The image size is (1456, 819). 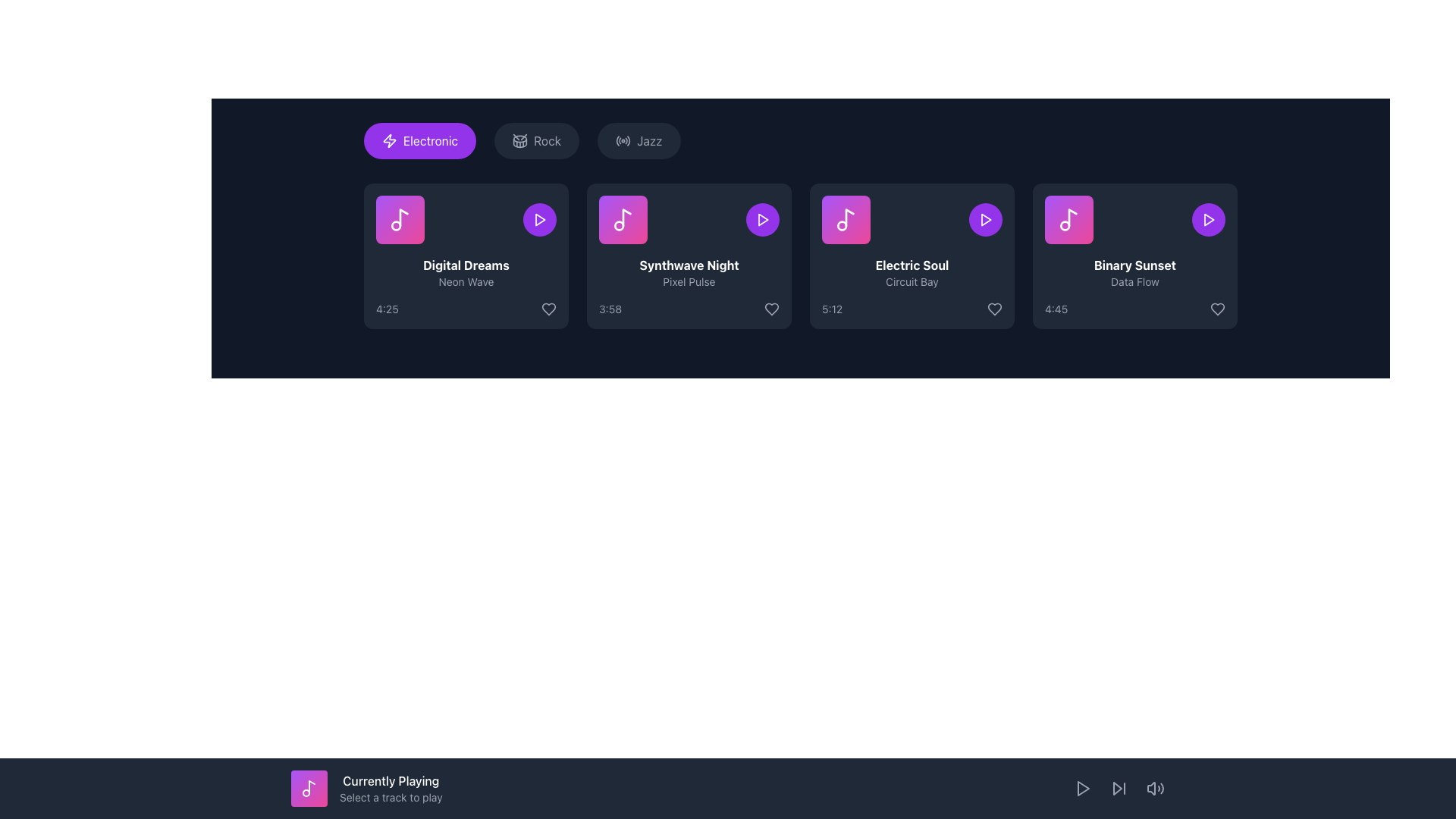 What do you see at coordinates (771, 309) in the screenshot?
I see `the heart button located at the bottom-right corner of the 'Synthwave Night' card to like the song` at bounding box center [771, 309].